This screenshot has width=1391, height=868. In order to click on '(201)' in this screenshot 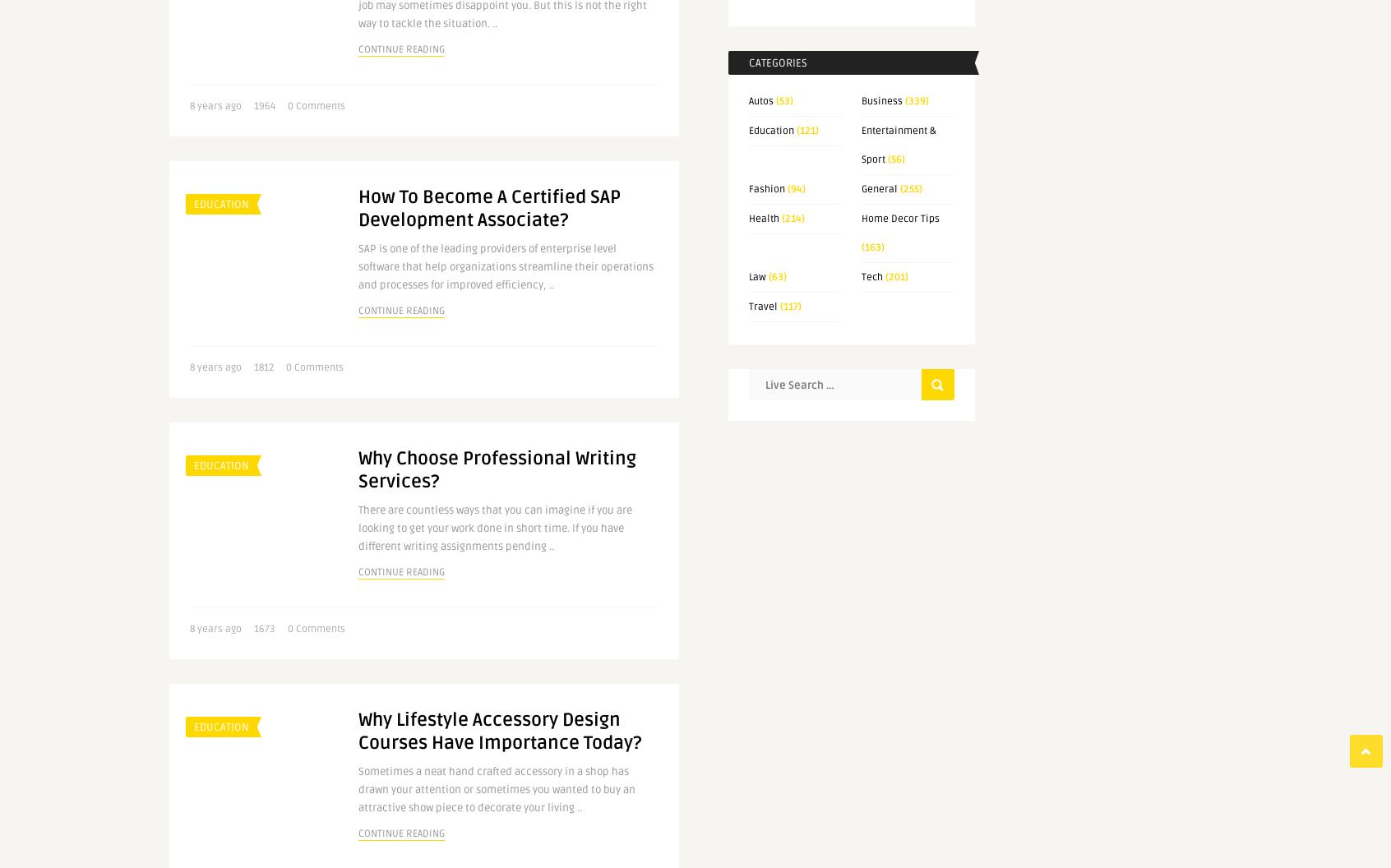, I will do `click(895, 276)`.